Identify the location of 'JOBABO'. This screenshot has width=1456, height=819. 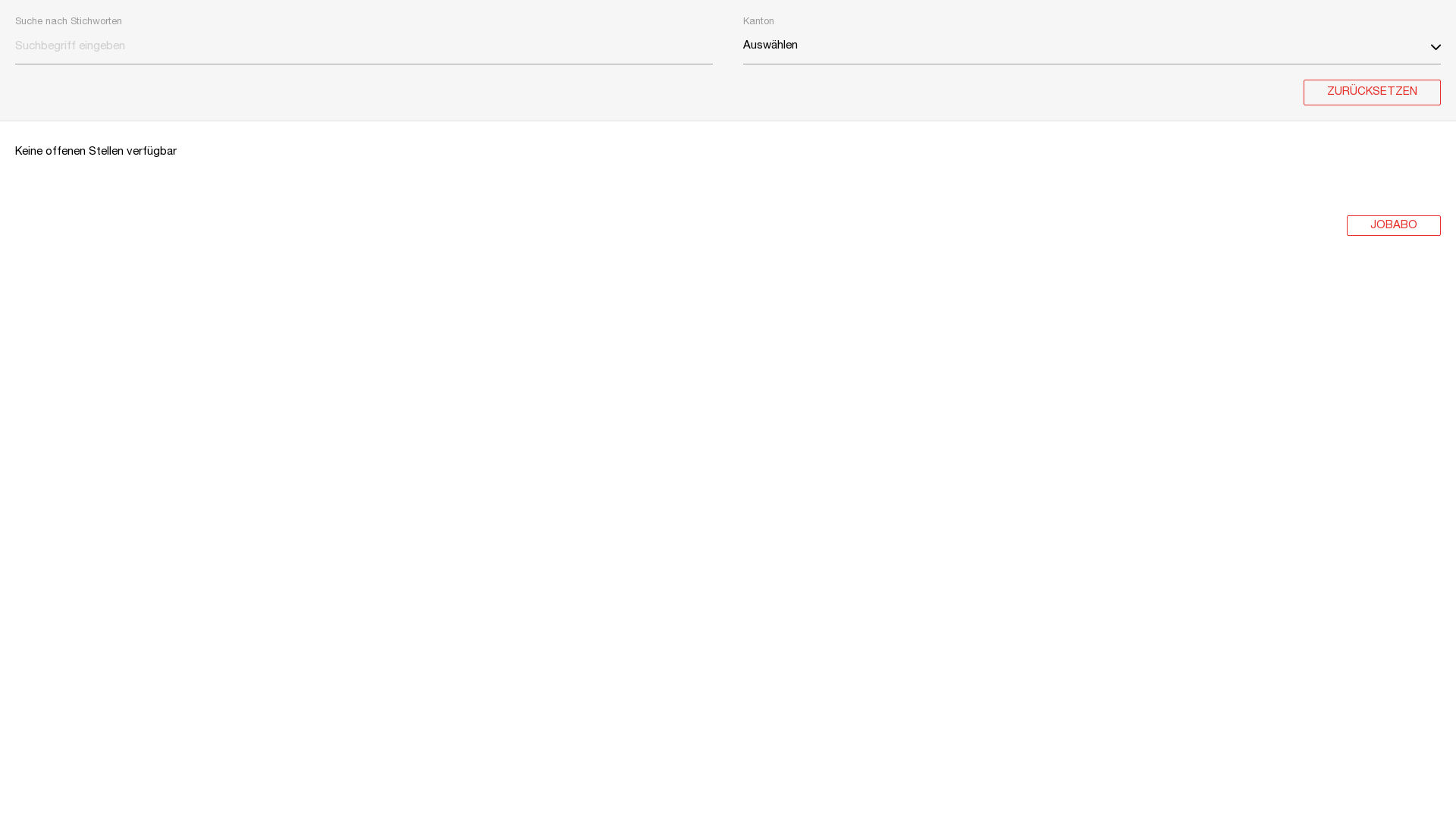
(1394, 225).